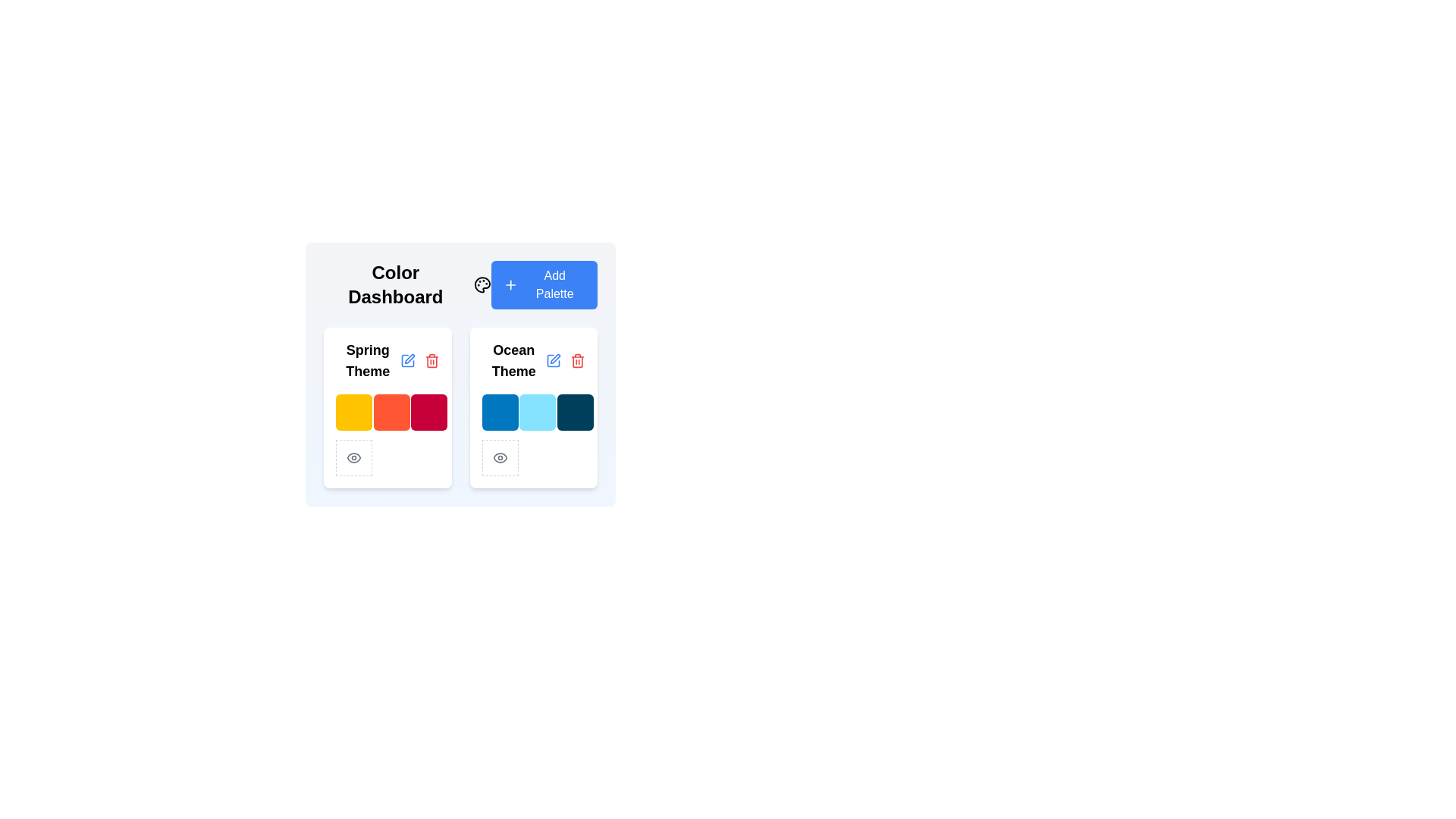  I want to click on the plus sign icon embedded within the 'Add Palette' button located in the top-right area of the interface, so click(510, 284).